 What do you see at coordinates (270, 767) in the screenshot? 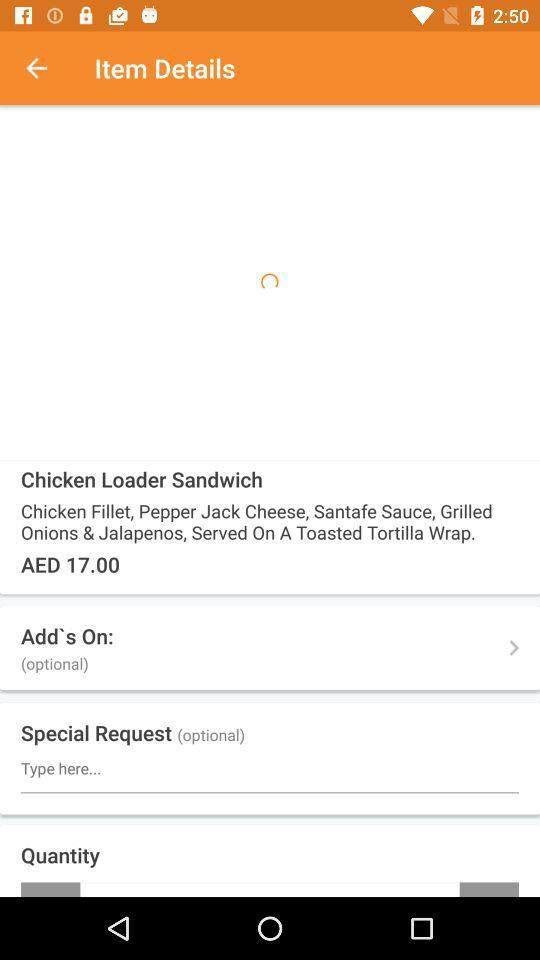
I see `the type here field of special request` at bounding box center [270, 767].